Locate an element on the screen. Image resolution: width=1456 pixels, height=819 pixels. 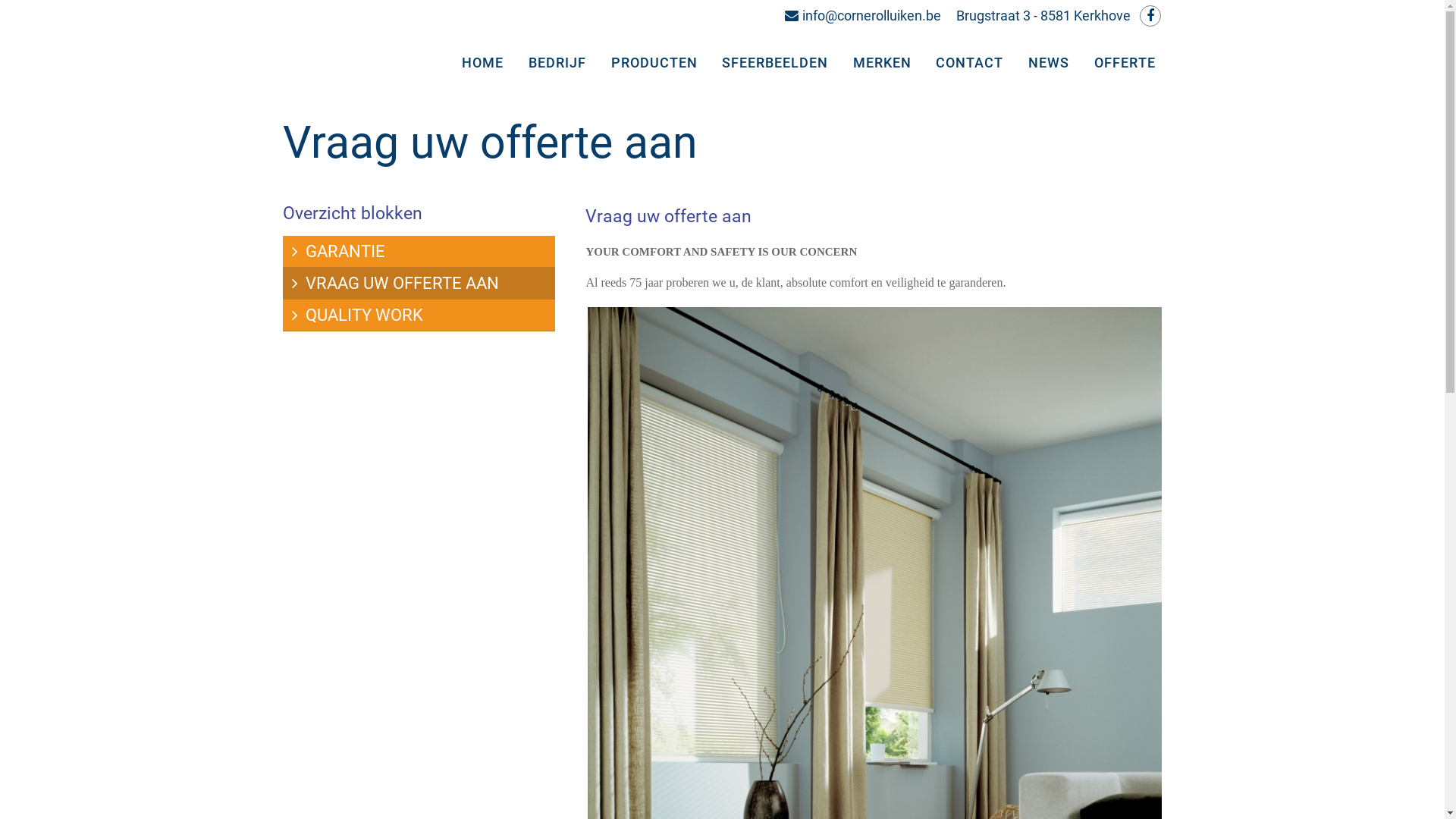
'PRODUCTEN' is located at coordinates (607, 62).